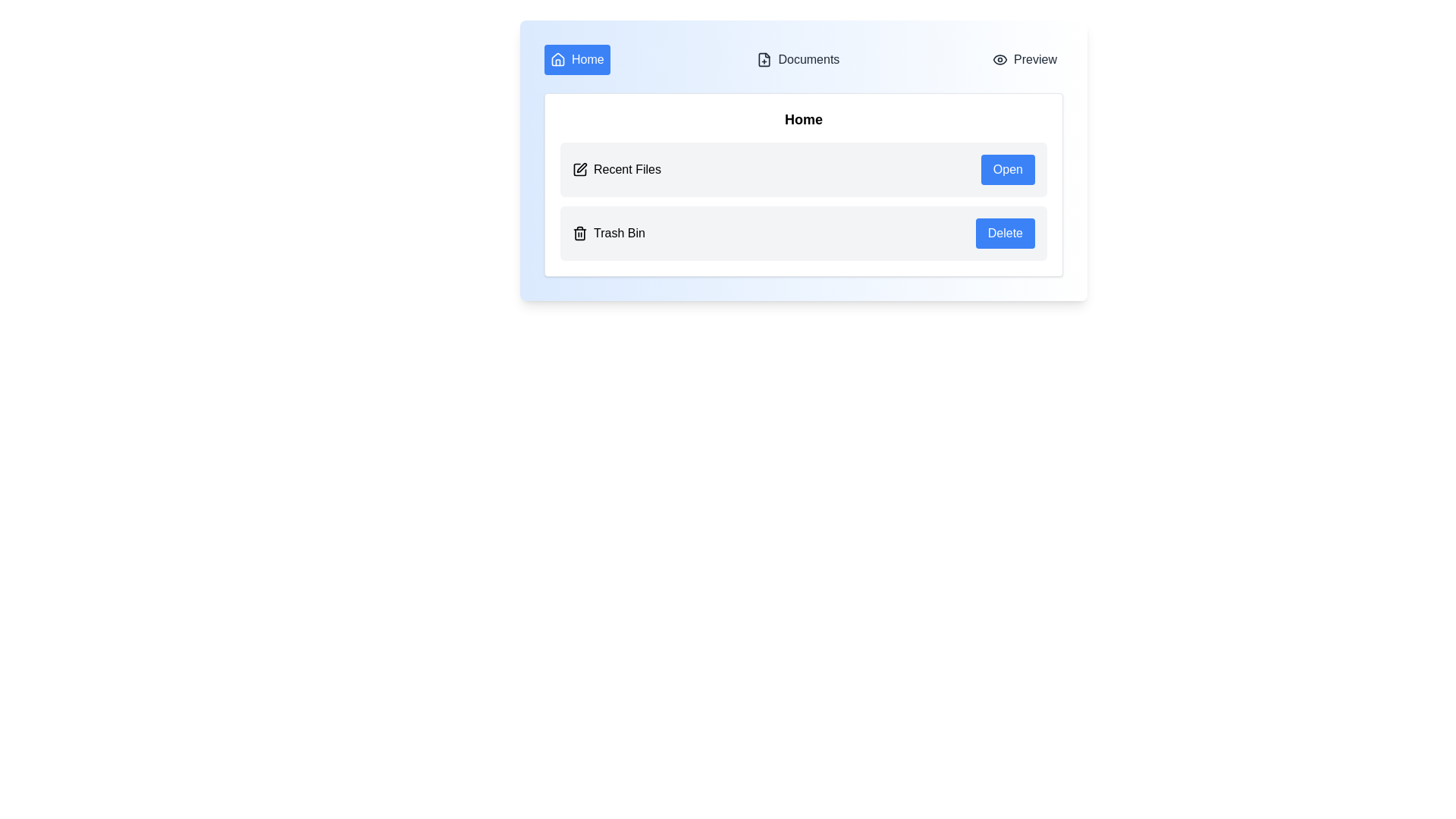 The image size is (1456, 819). I want to click on the decorative 'Preview' icon located within the 'Preview' button in the upper-right corner of the interface, positioned to the left of the text 'Preview', so click(1000, 58).